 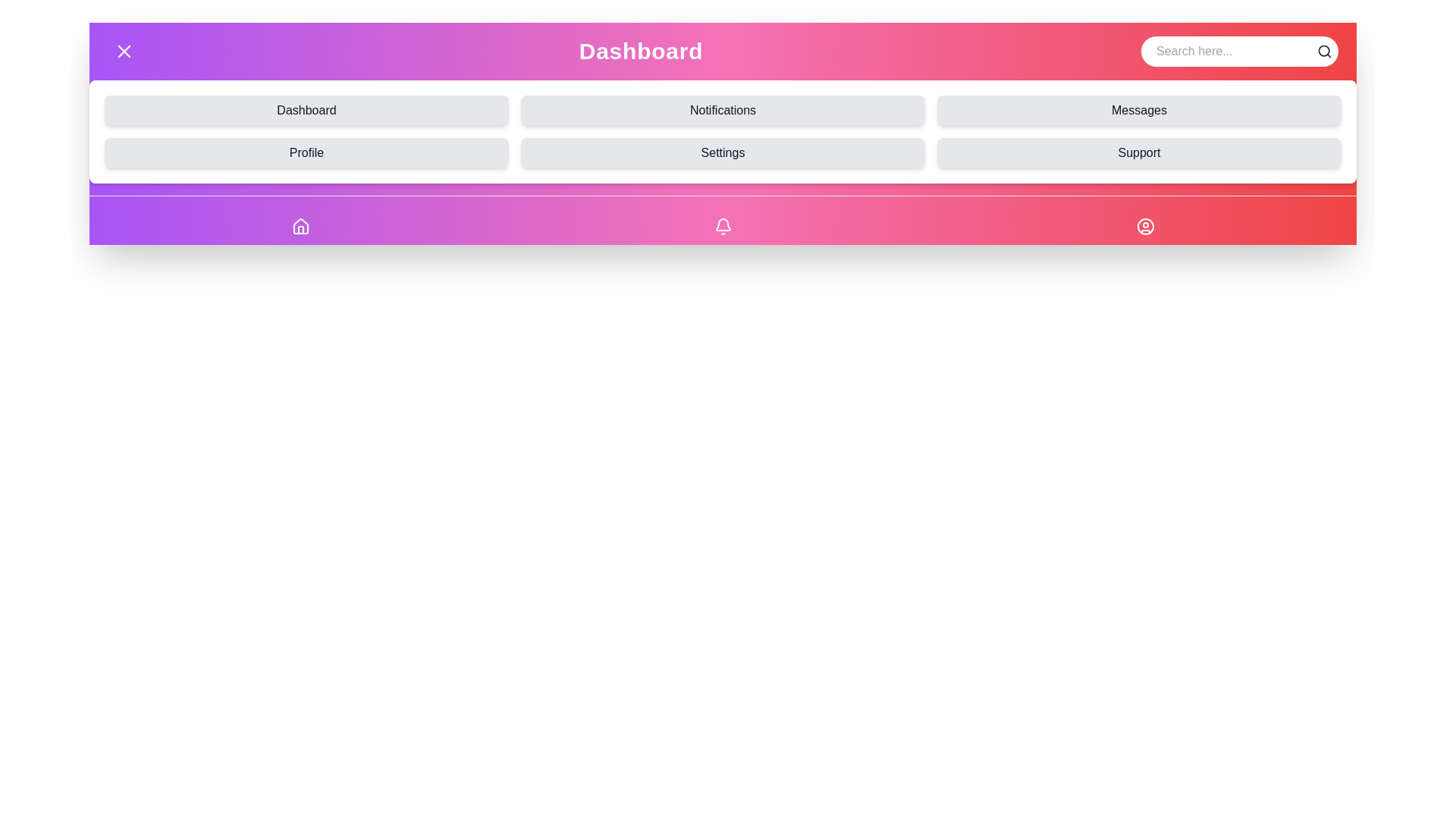 What do you see at coordinates (124, 51) in the screenshot?
I see `button at the top-left corner of the component to toggle the menu visibility` at bounding box center [124, 51].